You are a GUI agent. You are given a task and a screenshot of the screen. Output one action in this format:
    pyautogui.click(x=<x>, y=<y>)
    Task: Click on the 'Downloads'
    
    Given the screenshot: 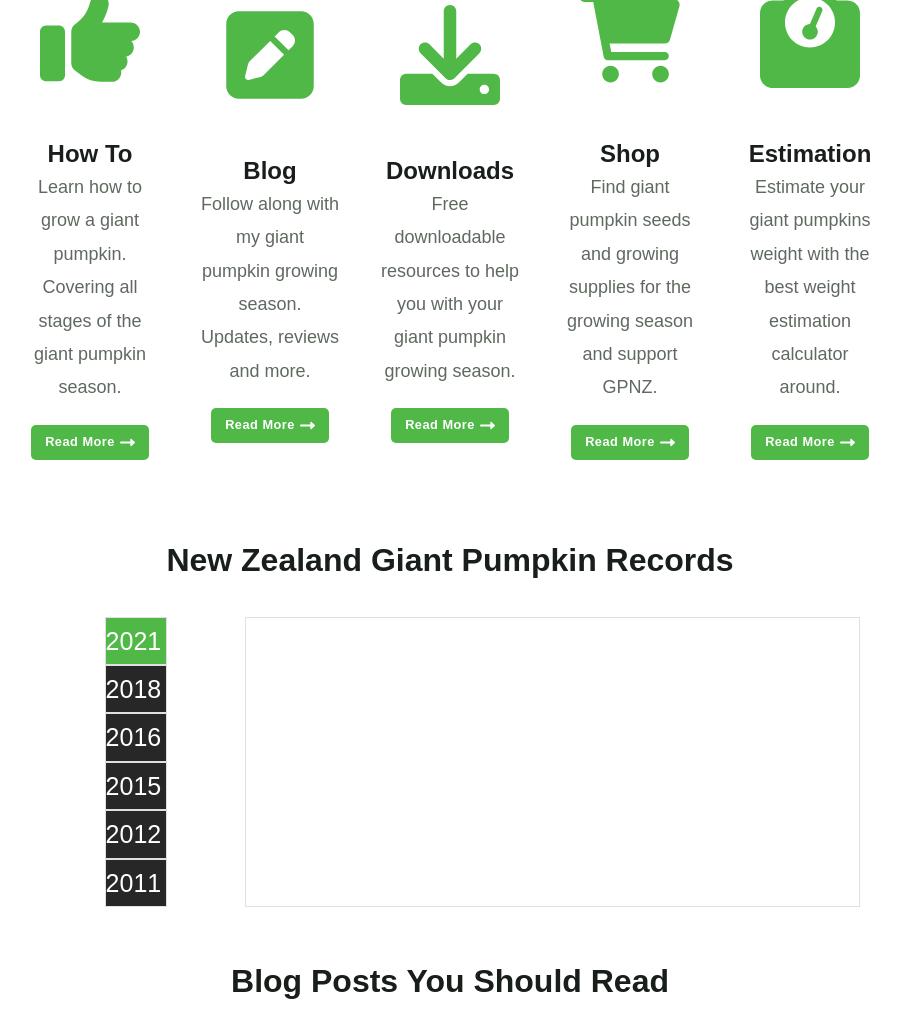 What is the action you would take?
    pyautogui.click(x=449, y=170)
    